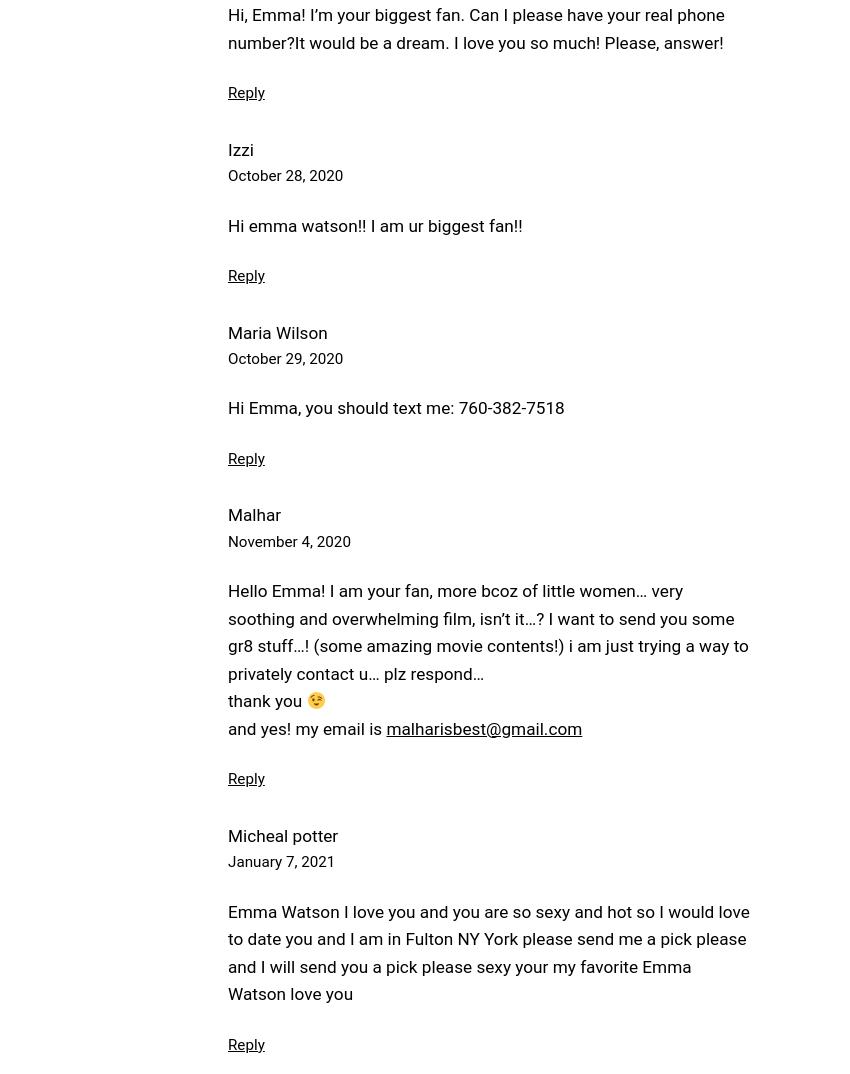 The height and width of the screenshot is (1074, 850). Describe the element at coordinates (284, 358) in the screenshot. I see `'October 29, 2020'` at that location.